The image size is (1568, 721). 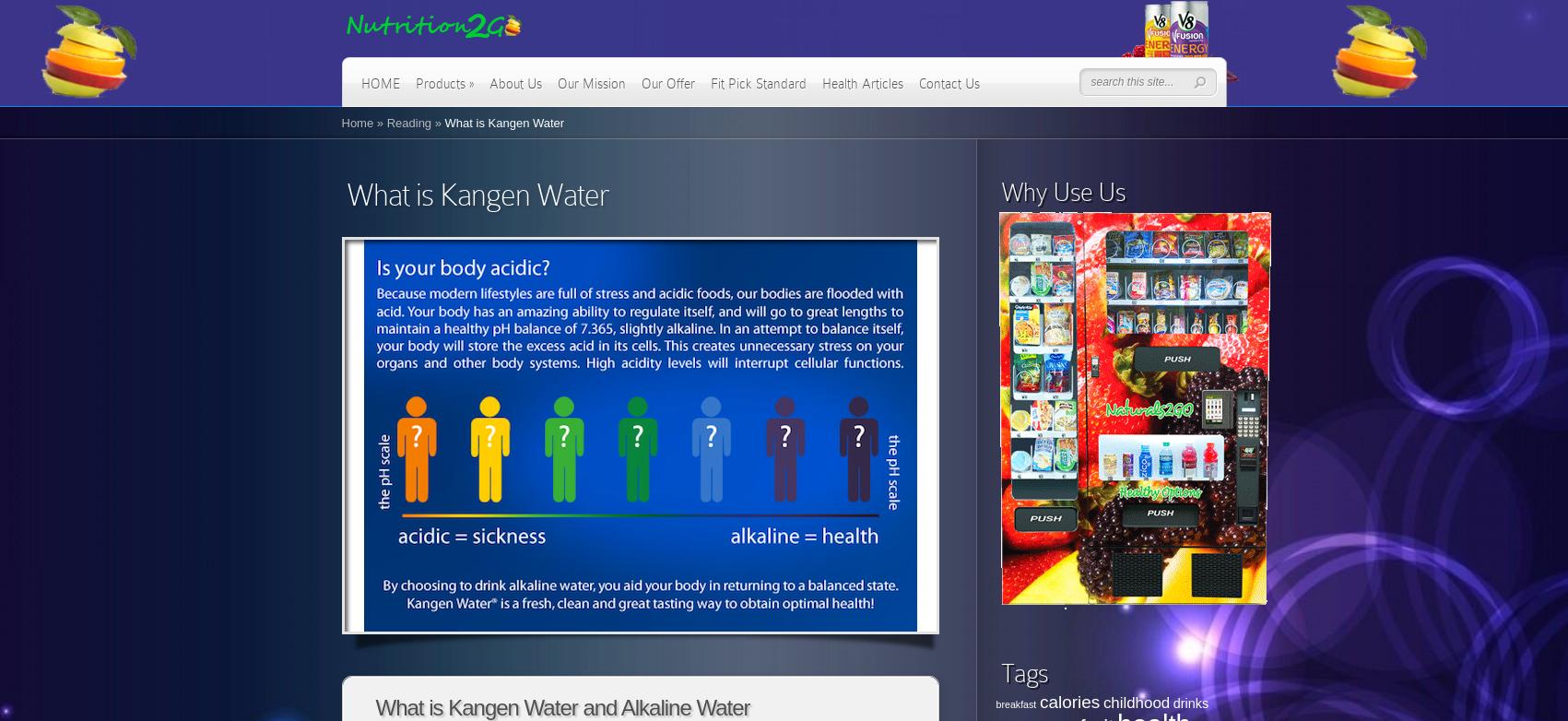 I want to click on 'Products', so click(x=414, y=84).